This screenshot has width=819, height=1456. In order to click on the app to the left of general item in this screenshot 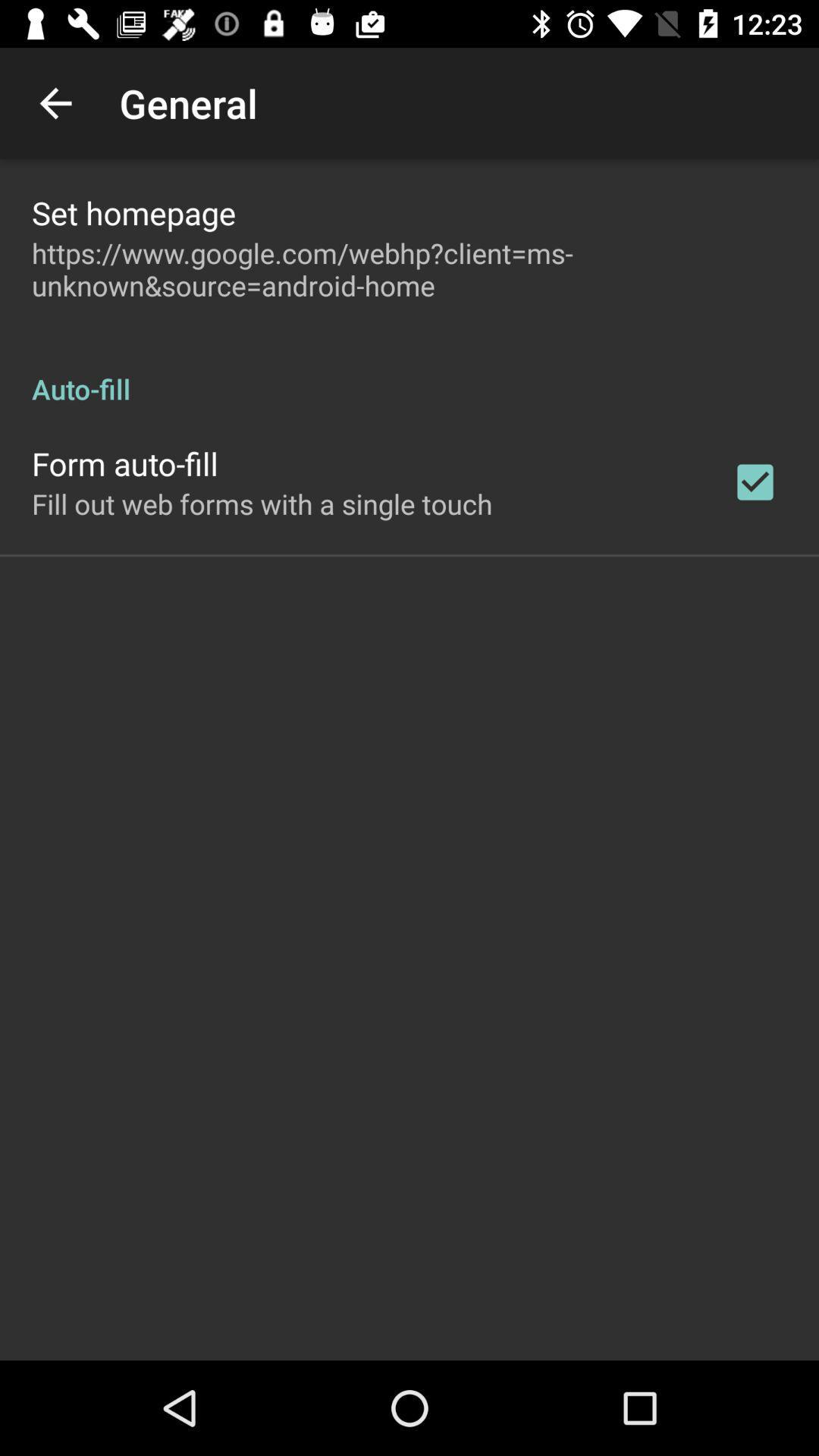, I will do `click(55, 102)`.